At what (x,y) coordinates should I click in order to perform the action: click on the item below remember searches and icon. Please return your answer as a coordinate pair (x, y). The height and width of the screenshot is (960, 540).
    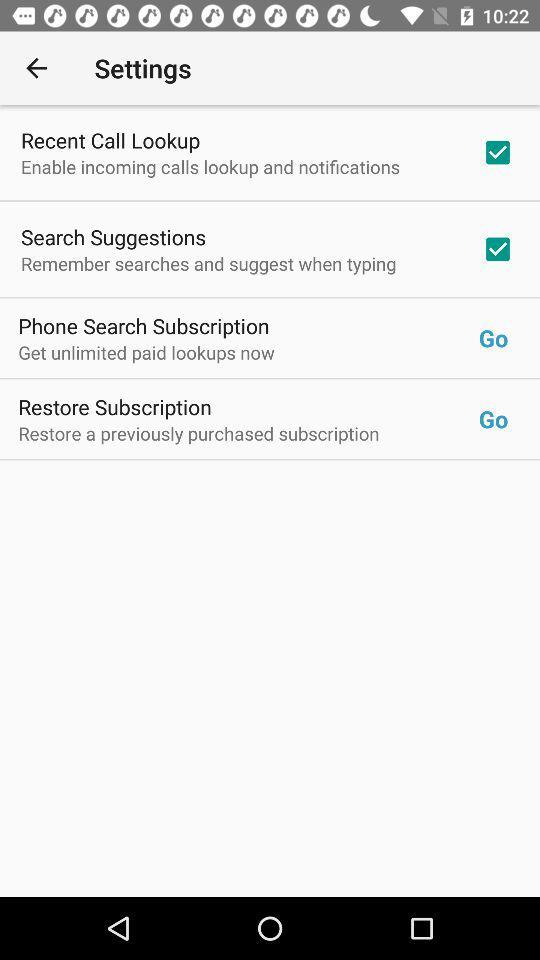
    Looking at the image, I should click on (143, 325).